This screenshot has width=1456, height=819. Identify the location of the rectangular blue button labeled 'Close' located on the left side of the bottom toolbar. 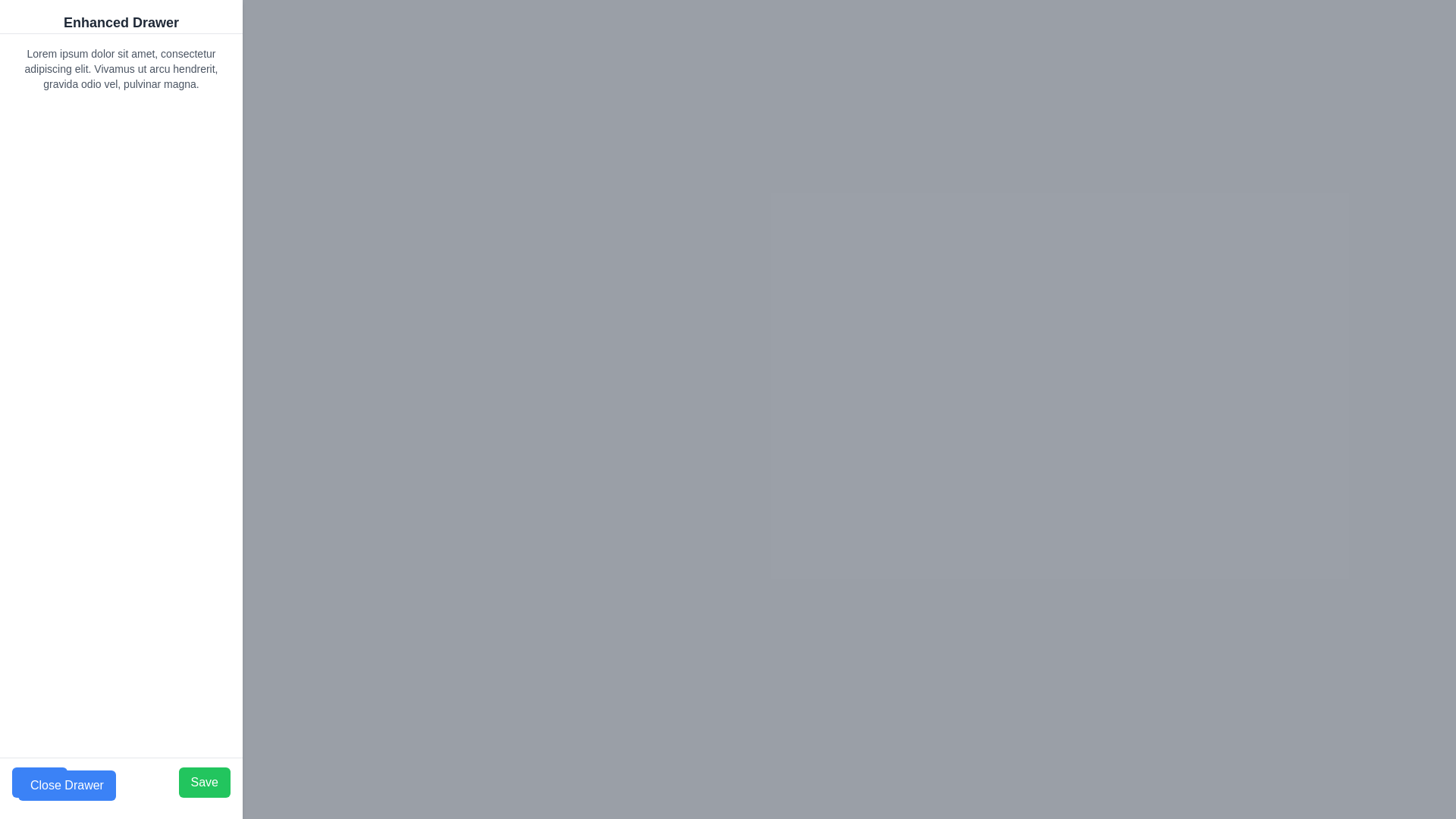
(39, 783).